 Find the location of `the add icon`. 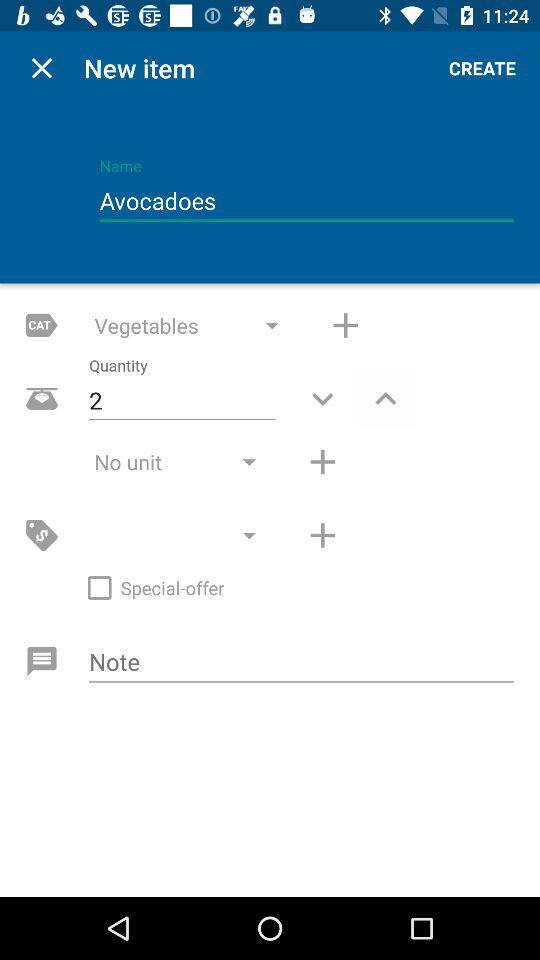

the add icon is located at coordinates (322, 462).